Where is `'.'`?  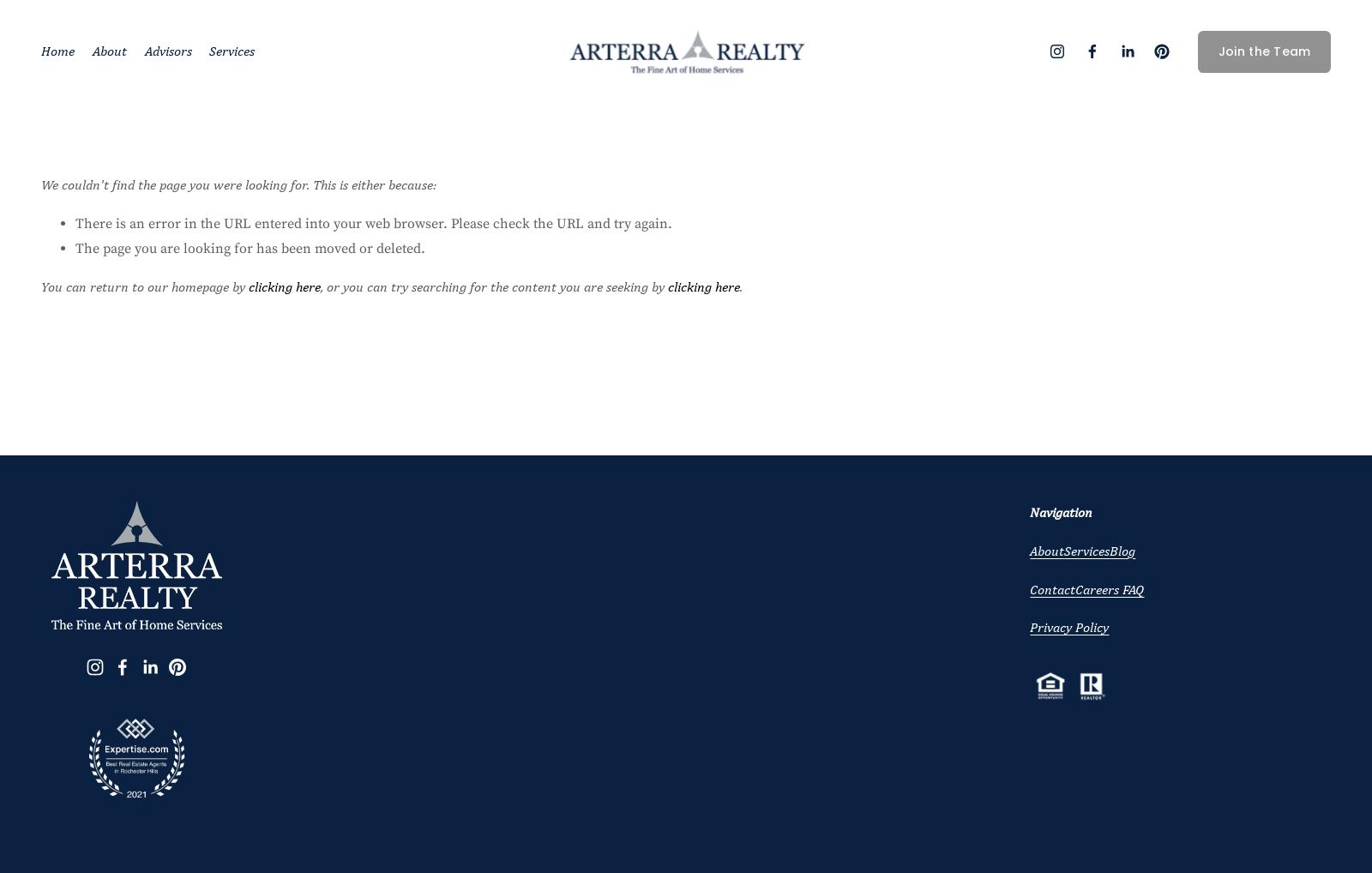 '.' is located at coordinates (740, 285).